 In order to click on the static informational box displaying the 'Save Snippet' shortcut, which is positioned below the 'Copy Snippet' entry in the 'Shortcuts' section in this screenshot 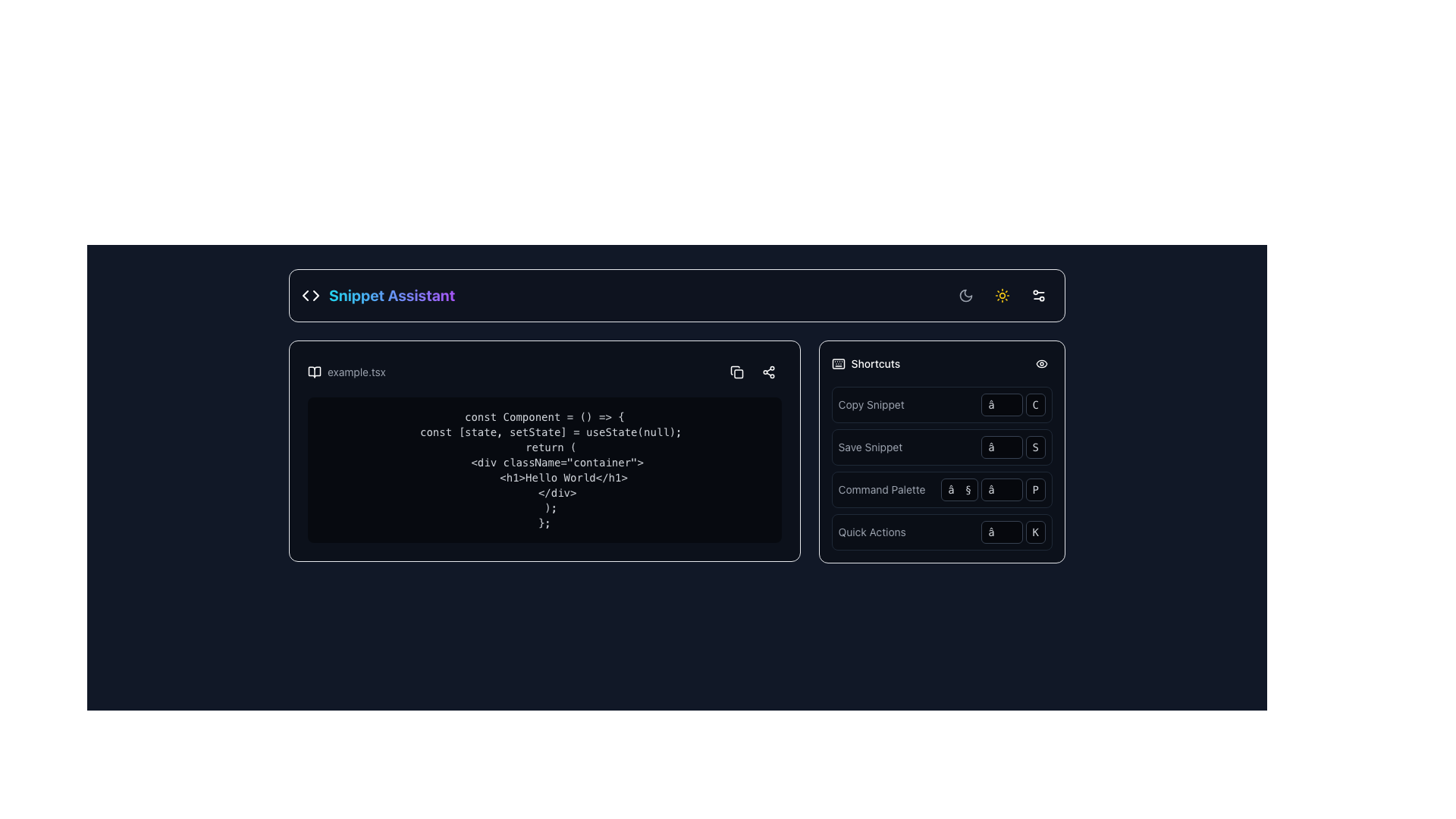, I will do `click(941, 451)`.